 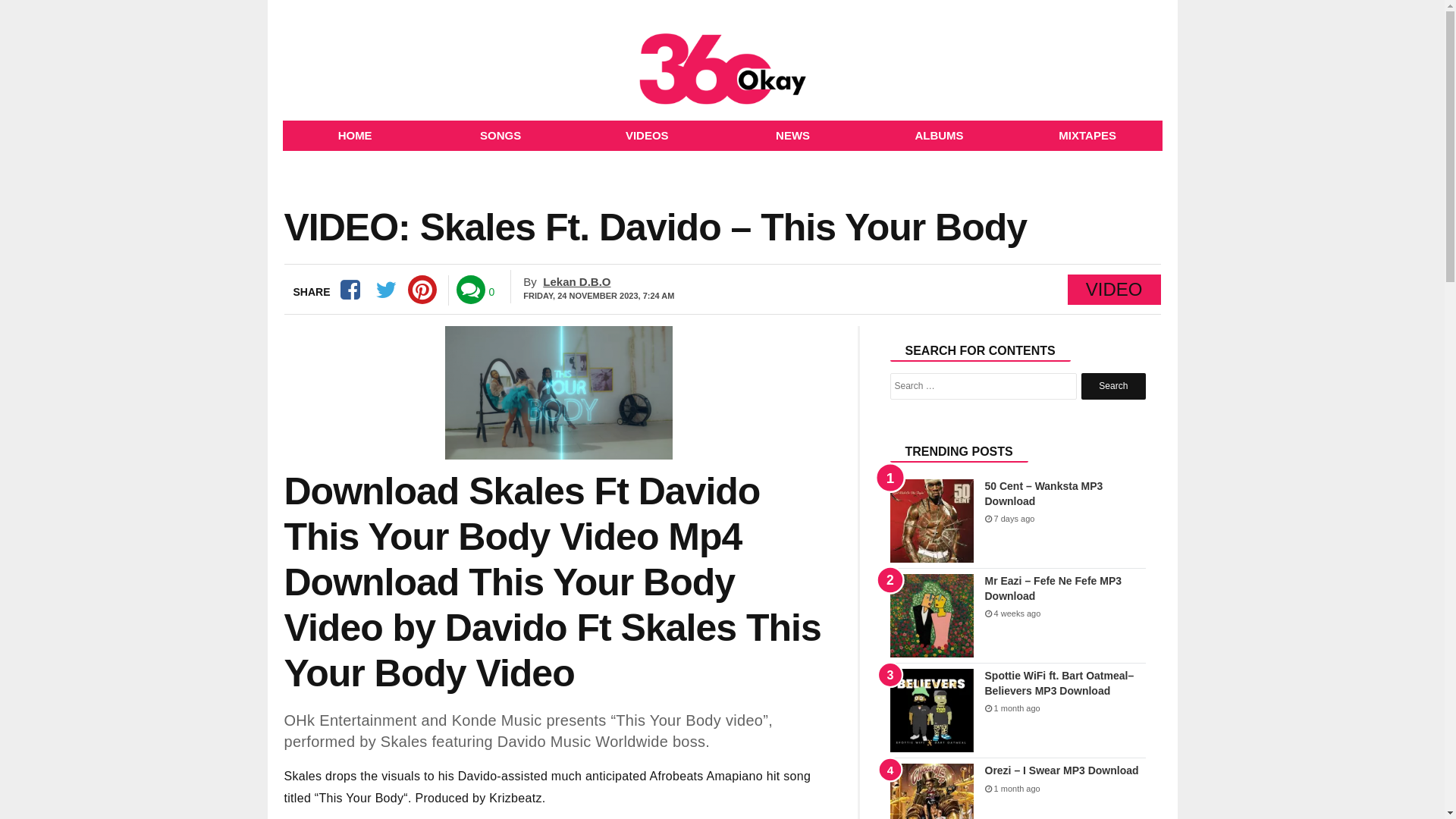 I want to click on 'VIDEOS', so click(x=647, y=134).